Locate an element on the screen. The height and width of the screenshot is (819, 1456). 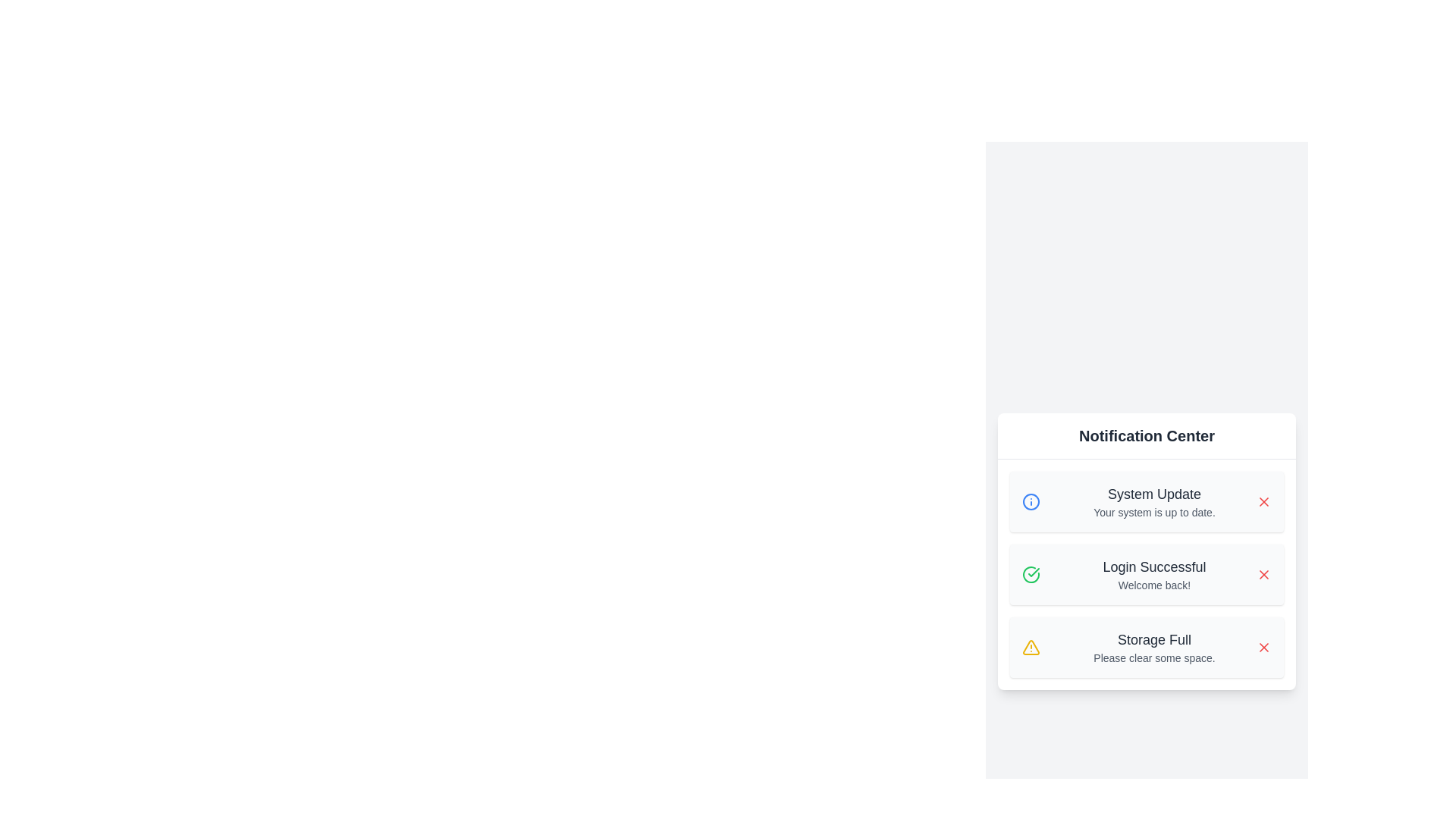
the presence of the icon located at the top left corner of the notification card displaying 'System Update' is located at coordinates (1037, 500).